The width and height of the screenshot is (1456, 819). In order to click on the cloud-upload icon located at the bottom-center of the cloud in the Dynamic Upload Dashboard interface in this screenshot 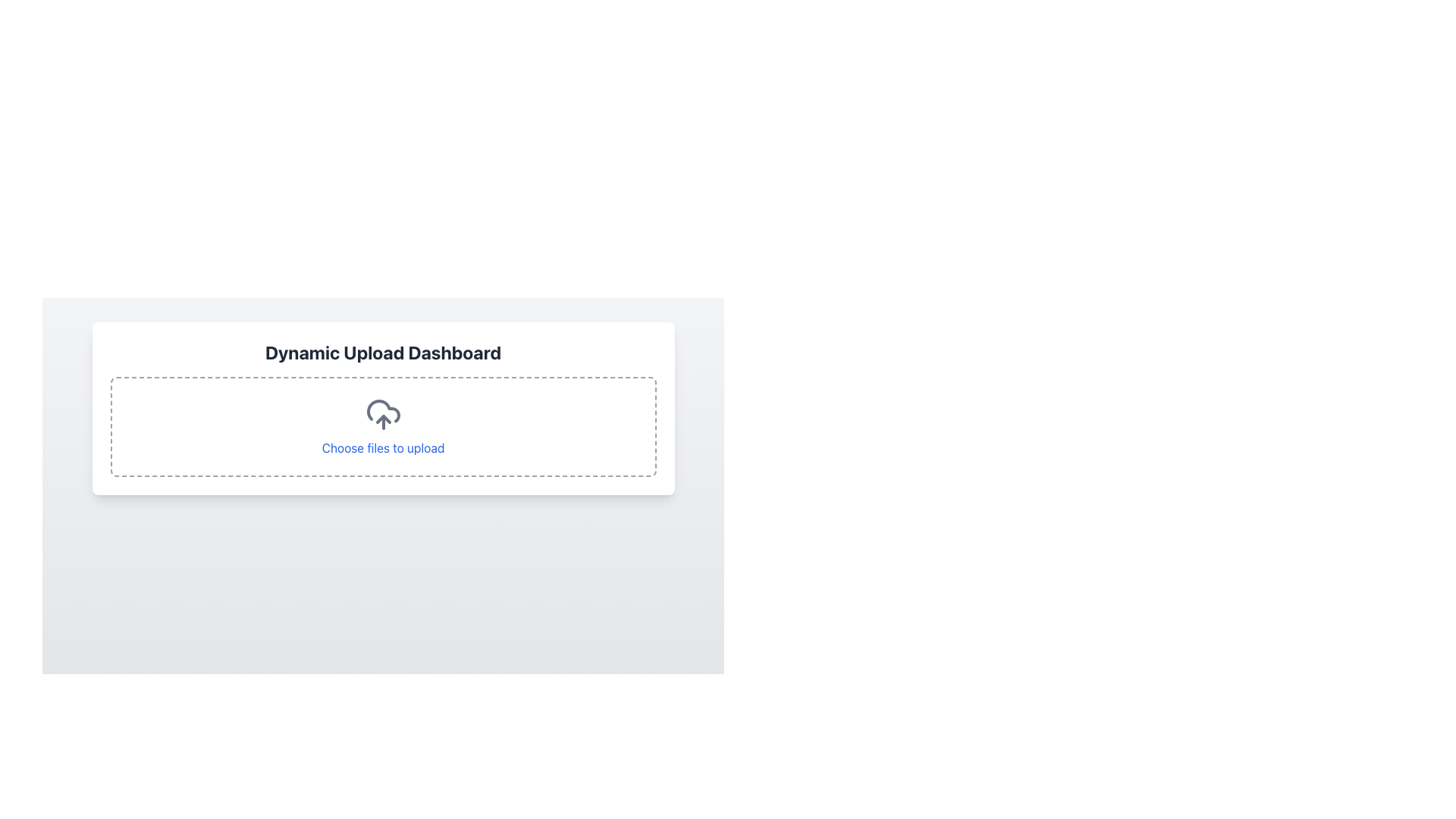, I will do `click(383, 419)`.